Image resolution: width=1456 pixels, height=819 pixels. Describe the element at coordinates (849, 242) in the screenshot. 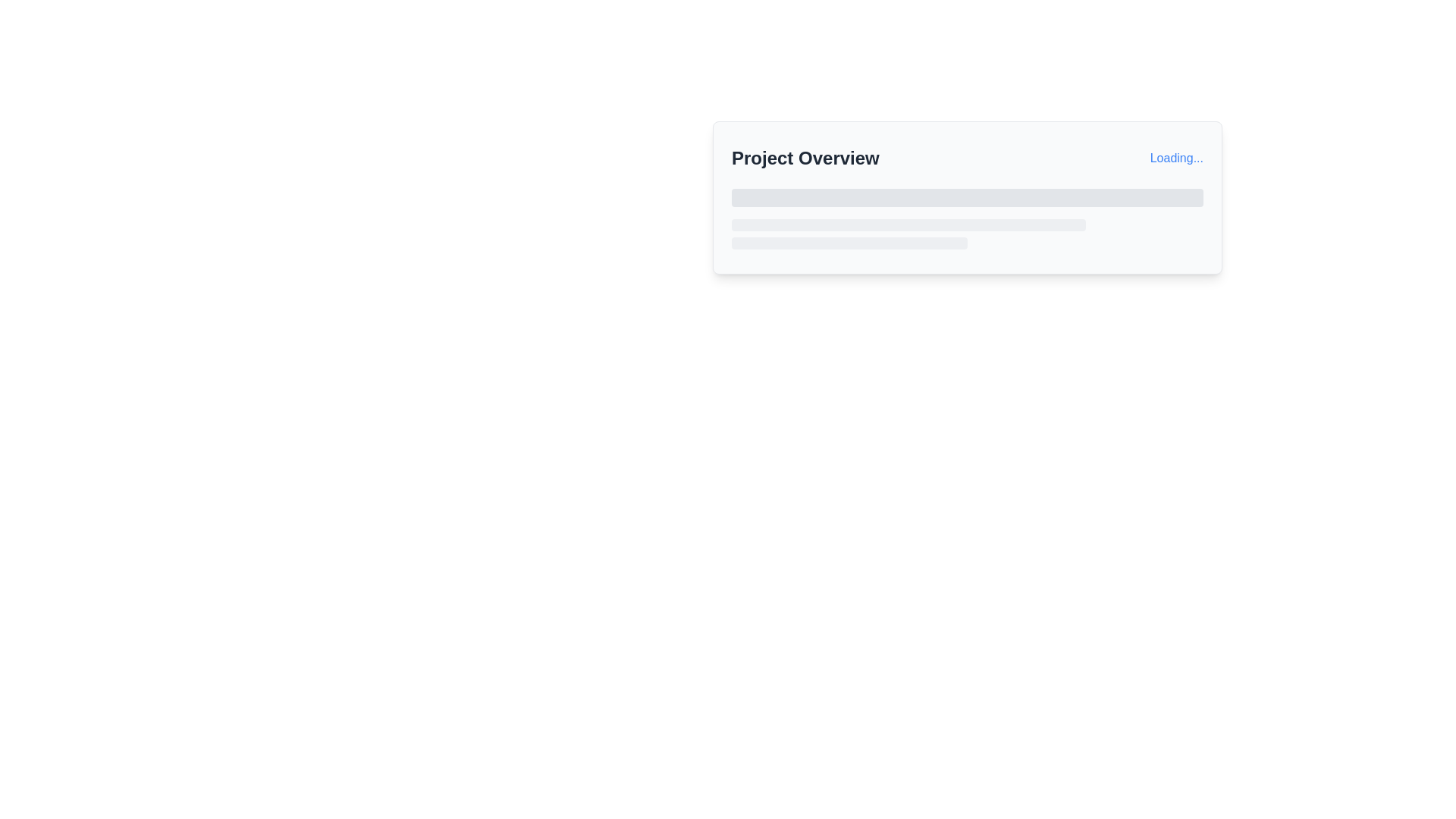

I see `the Placeholder bar element located below two wider bars within the 'Project Overview' card, identified by its light gray color and rounded silhouette` at that location.